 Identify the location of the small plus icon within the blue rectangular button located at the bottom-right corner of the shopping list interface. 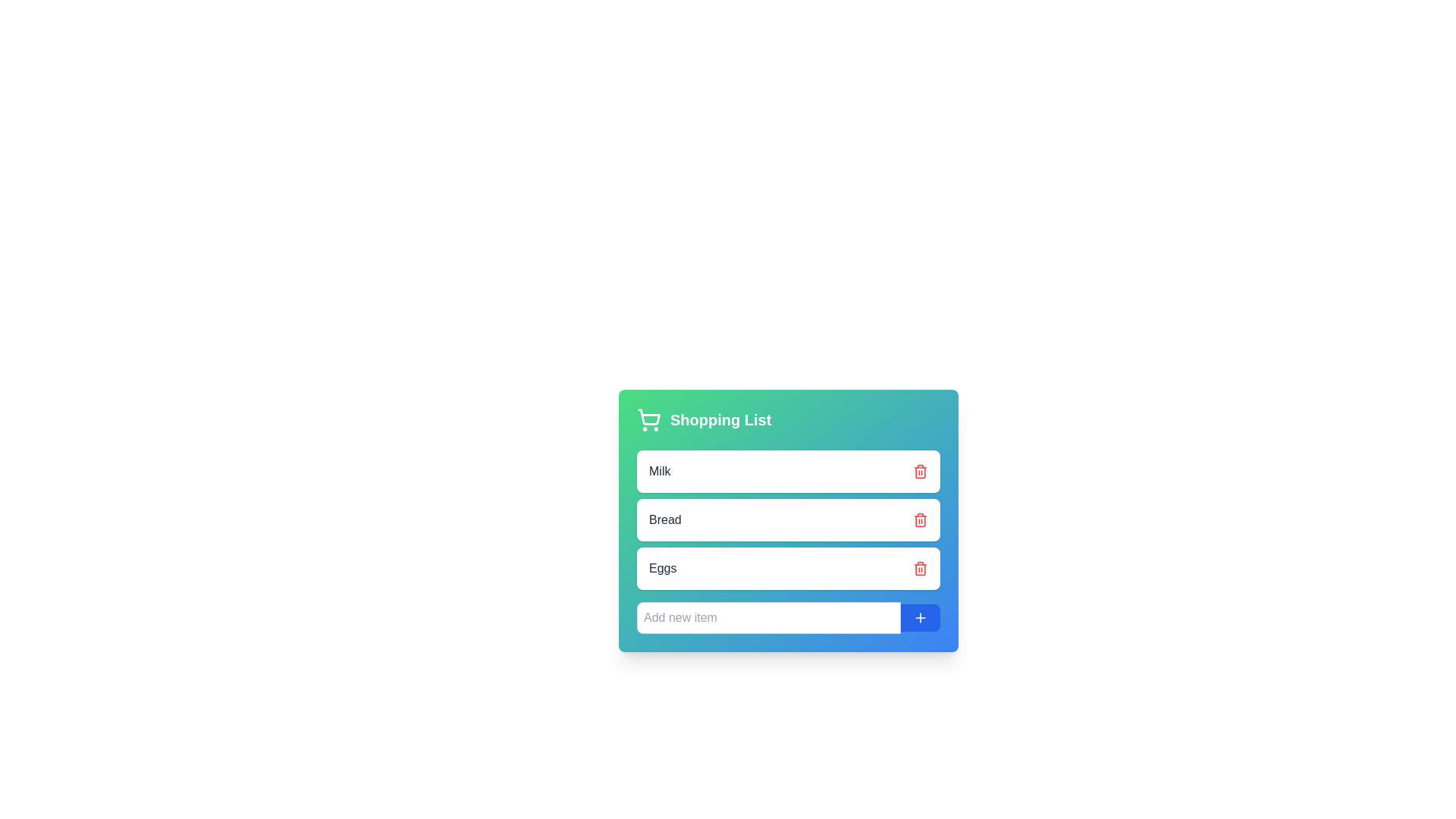
(920, 617).